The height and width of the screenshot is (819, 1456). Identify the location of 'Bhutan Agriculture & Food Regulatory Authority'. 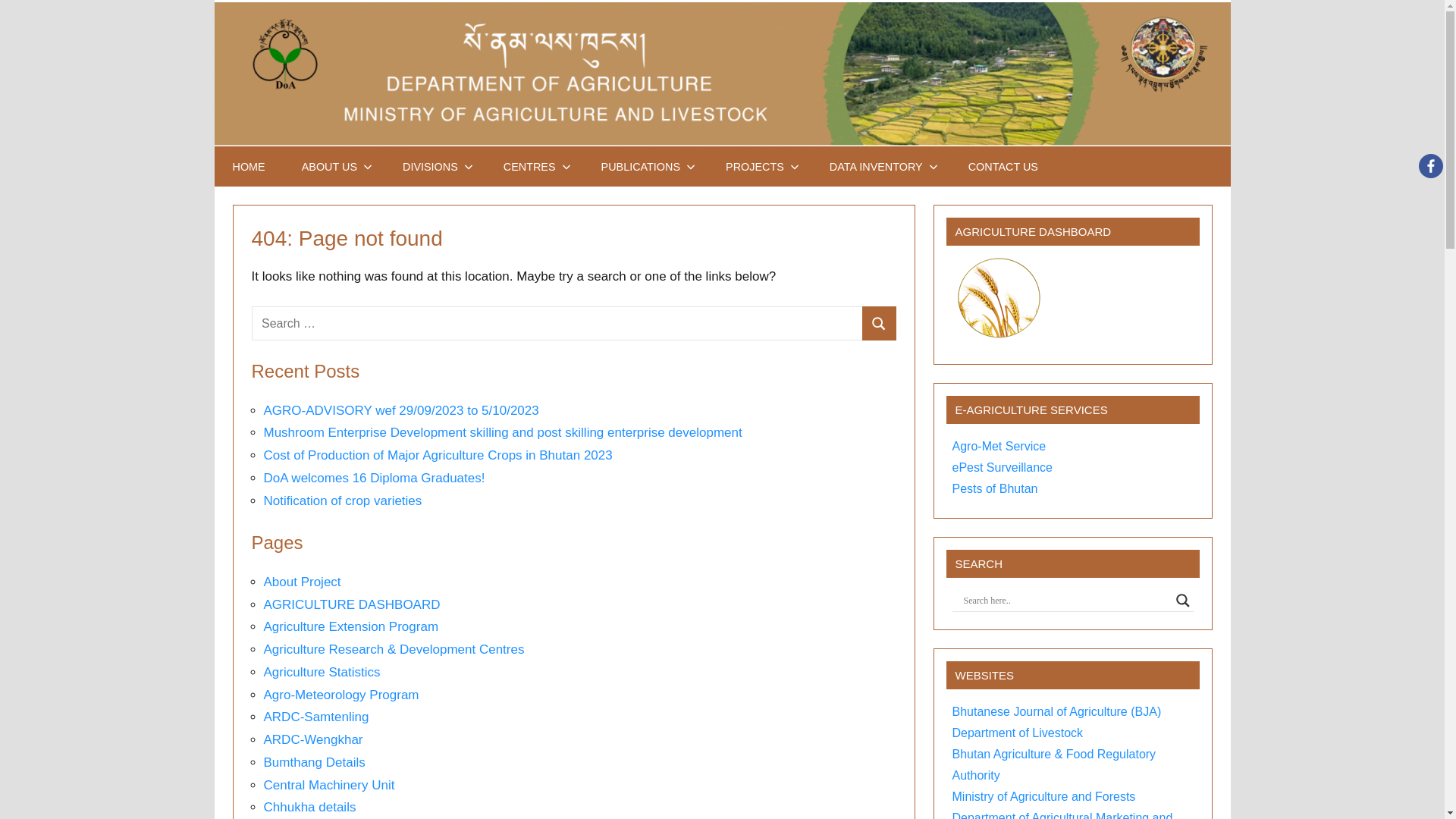
(1053, 764).